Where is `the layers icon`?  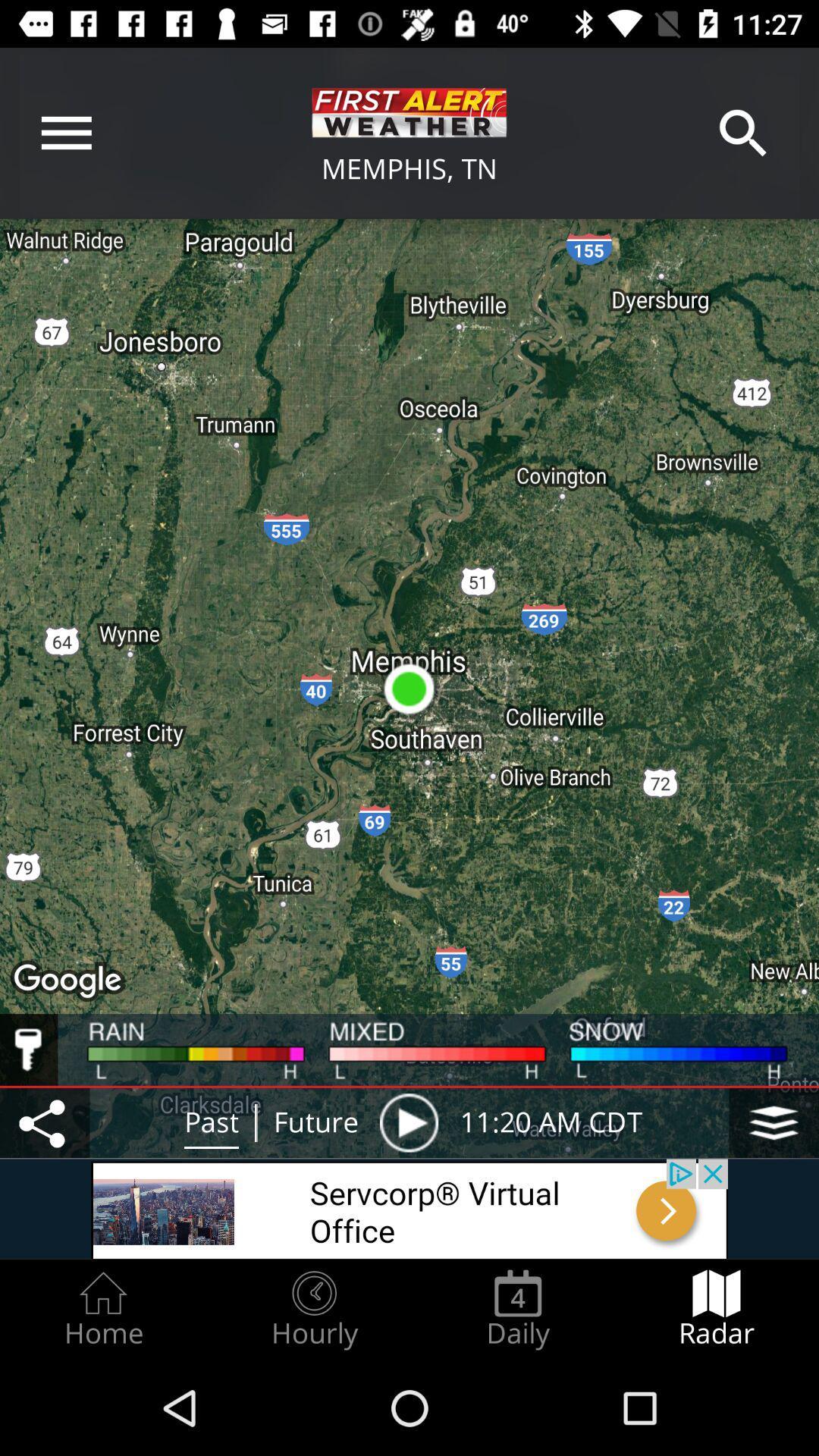
the layers icon is located at coordinates (773, 1122).